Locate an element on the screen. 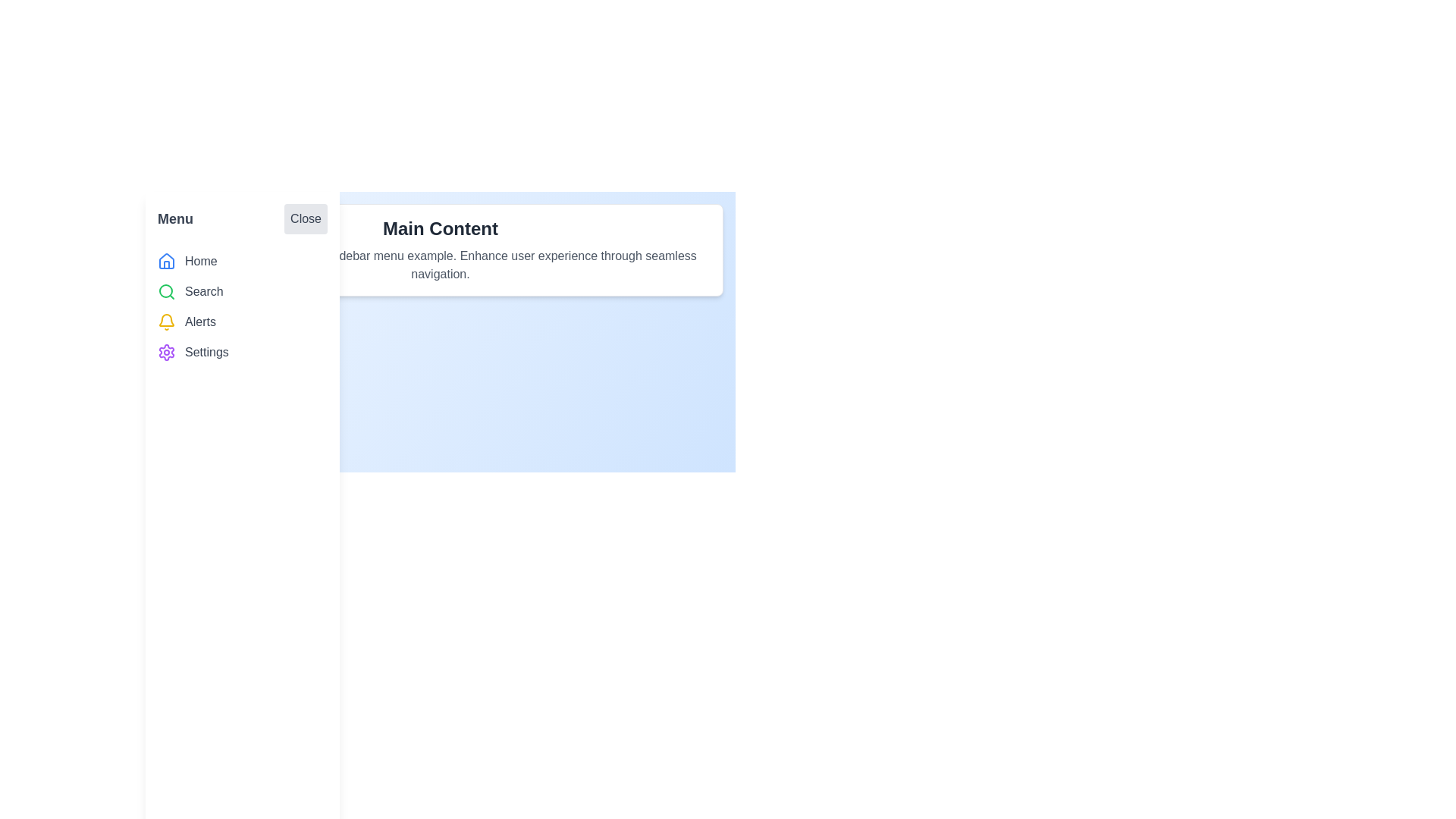 The width and height of the screenshot is (1456, 819). the settings icon in the sidebar, which is located in the fourth position below the Alerts icon is located at coordinates (167, 353).